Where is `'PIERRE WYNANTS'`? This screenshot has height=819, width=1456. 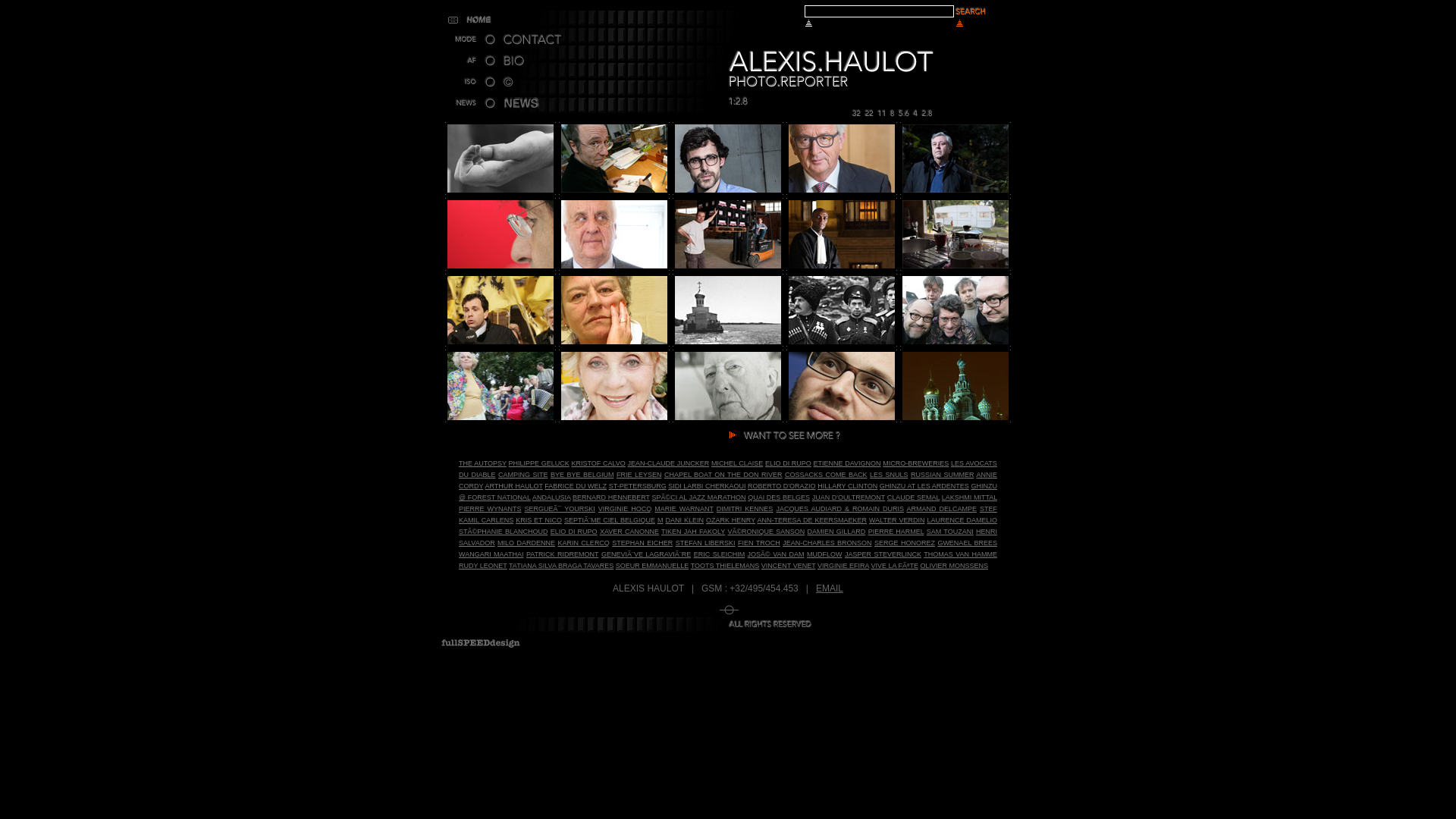 'PIERRE WYNANTS' is located at coordinates (490, 509).